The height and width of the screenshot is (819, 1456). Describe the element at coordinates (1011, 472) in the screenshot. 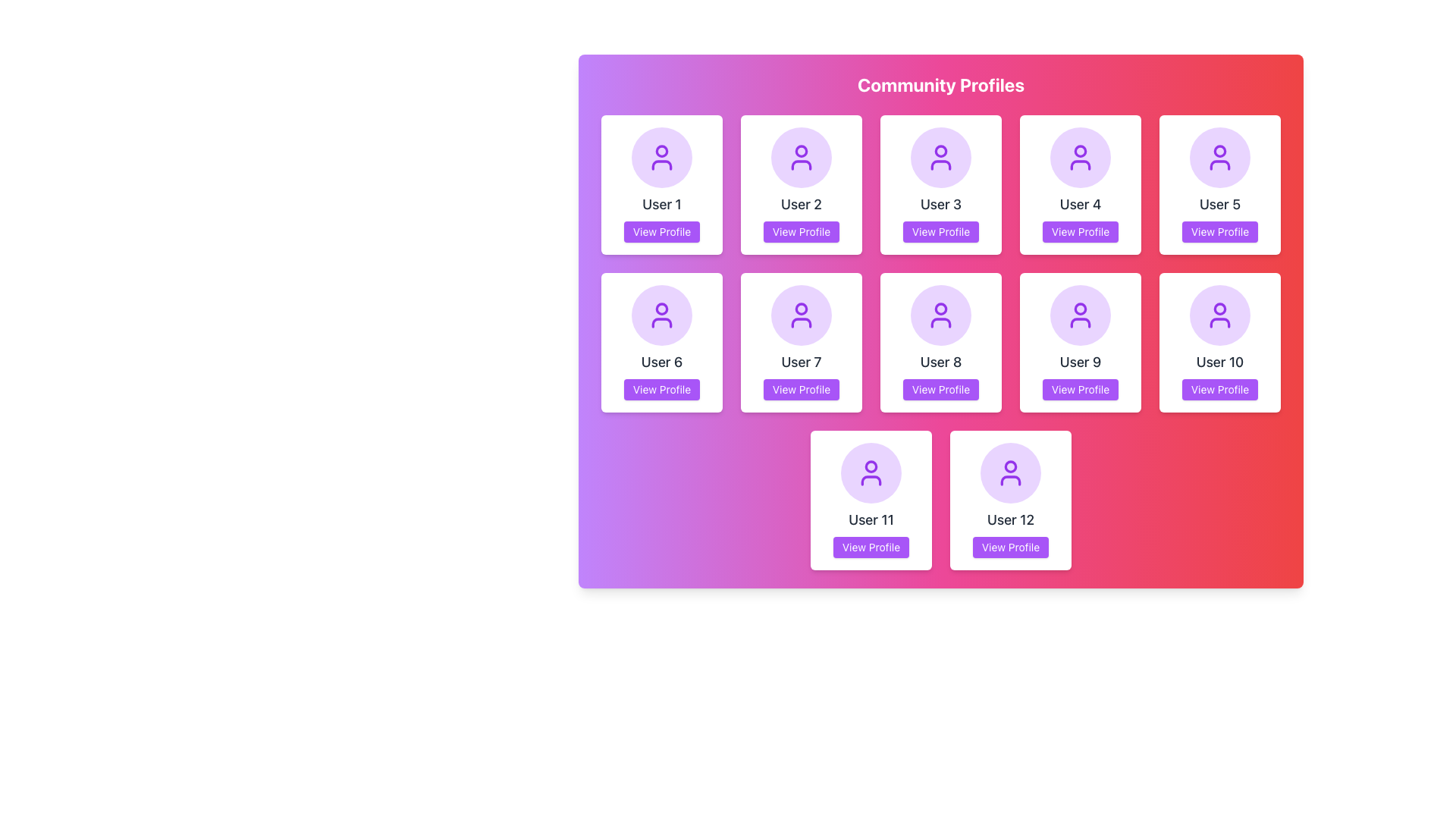

I see `the user profile icon with a purple border representing 'User 12'` at that location.